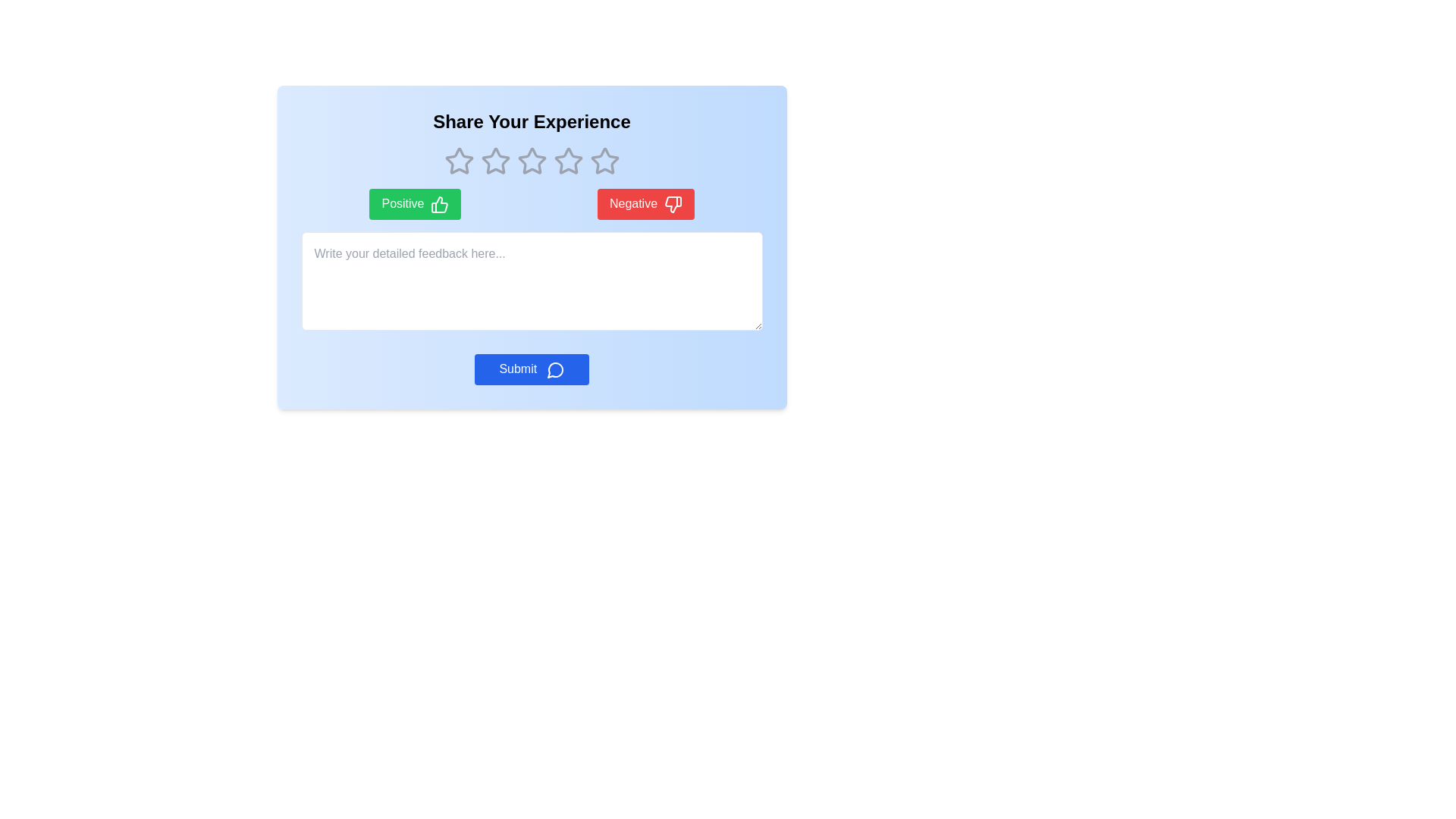 The width and height of the screenshot is (1456, 819). I want to click on the second star icon in the rating system, so click(495, 161).